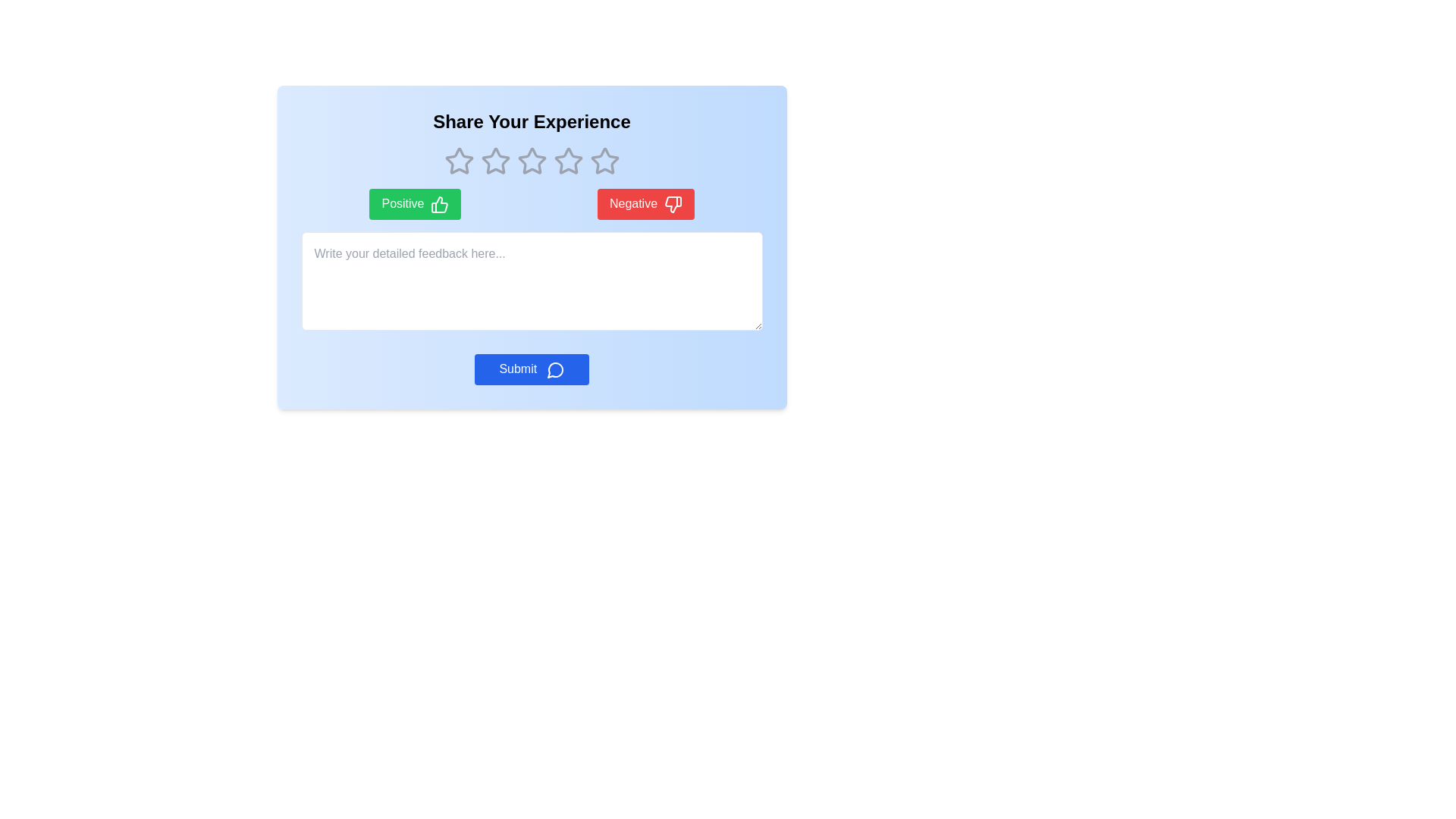 The width and height of the screenshot is (1456, 819). I want to click on the second star icon in the rating system, so click(495, 161).